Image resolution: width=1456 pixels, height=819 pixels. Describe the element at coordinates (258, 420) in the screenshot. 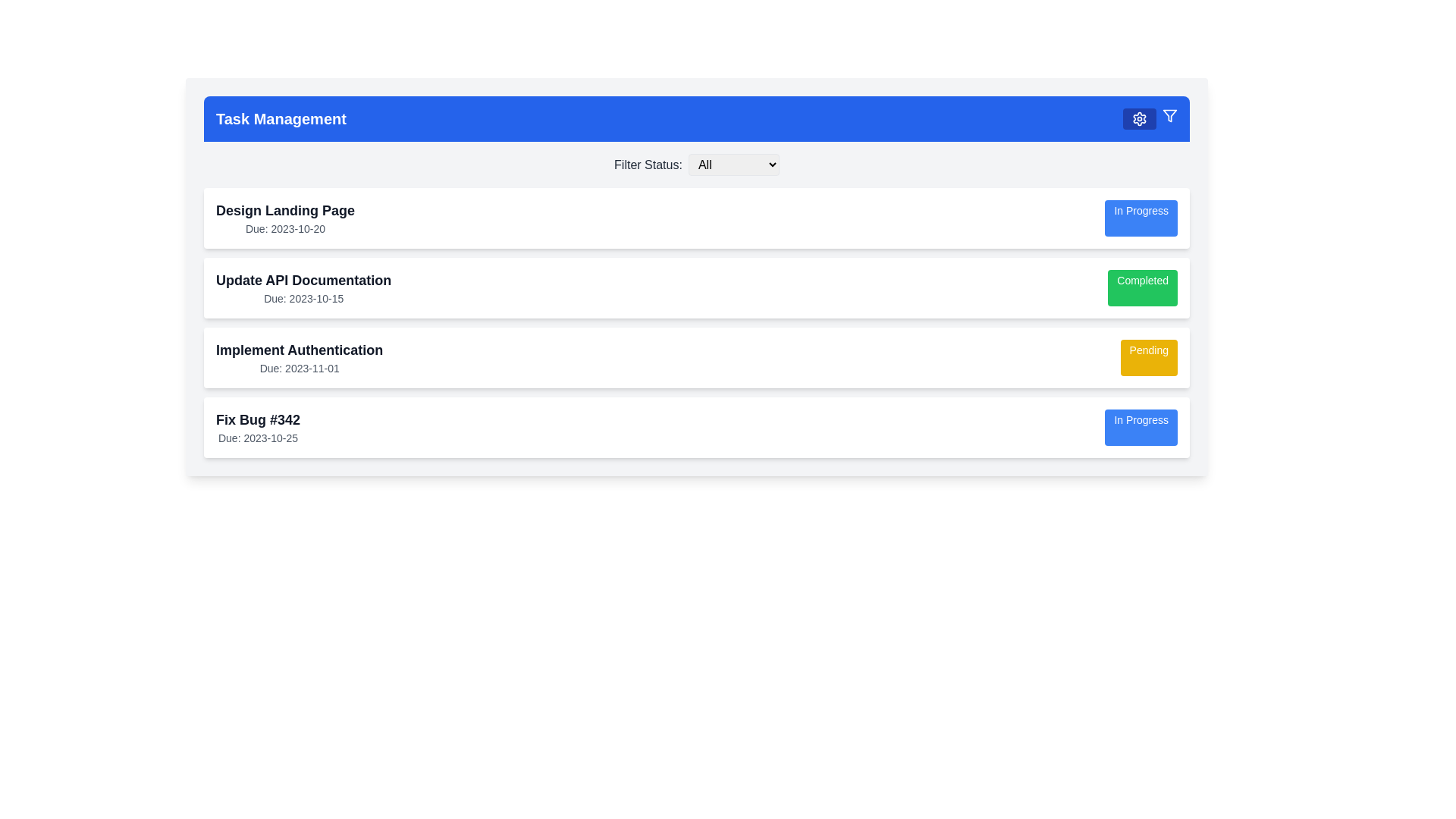

I see `the title of a task or issue located within a card near the bottom of a vertical list of tasks, just above the due date information` at that location.